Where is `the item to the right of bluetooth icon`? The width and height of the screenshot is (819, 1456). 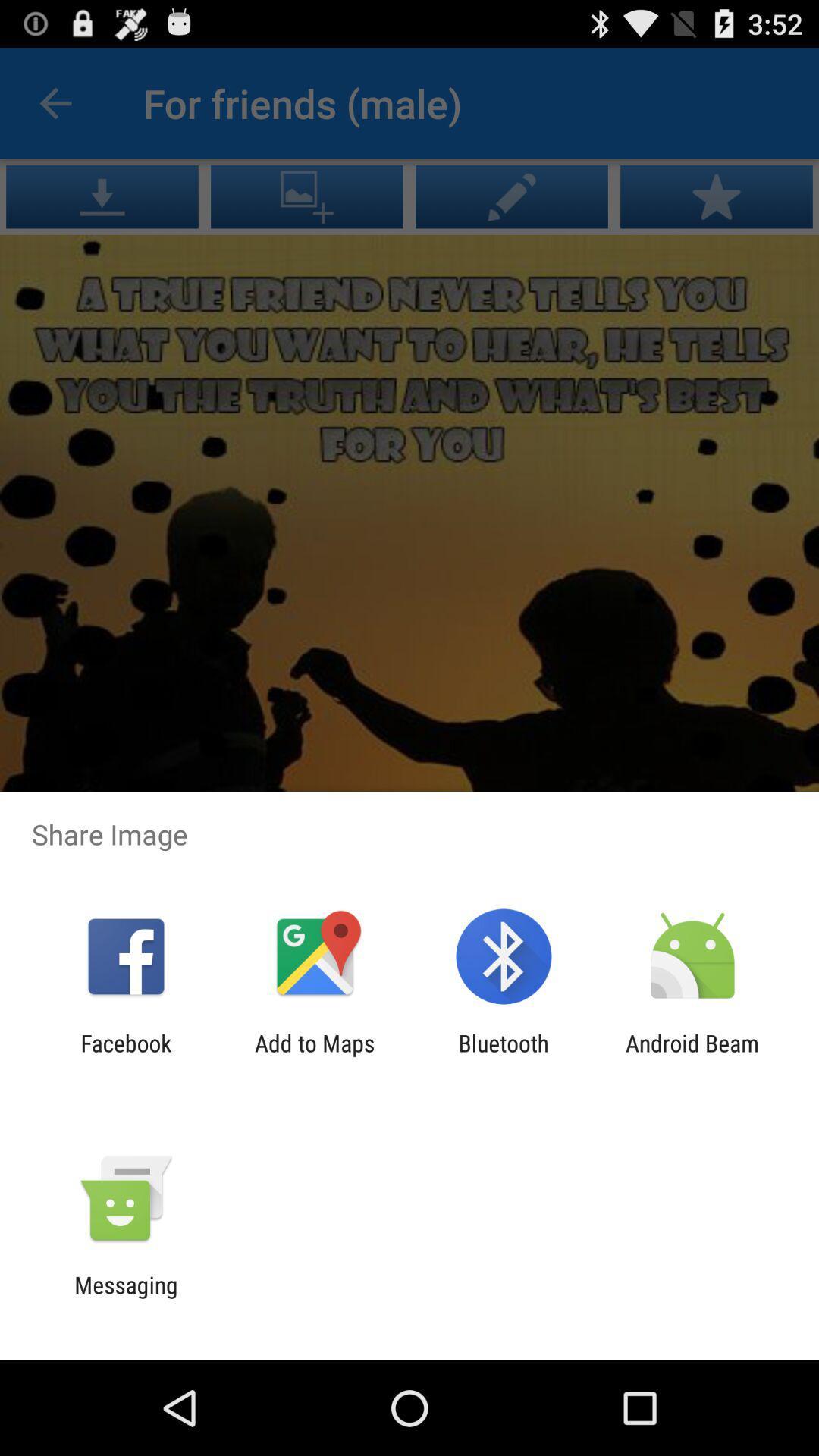
the item to the right of bluetooth icon is located at coordinates (692, 1056).